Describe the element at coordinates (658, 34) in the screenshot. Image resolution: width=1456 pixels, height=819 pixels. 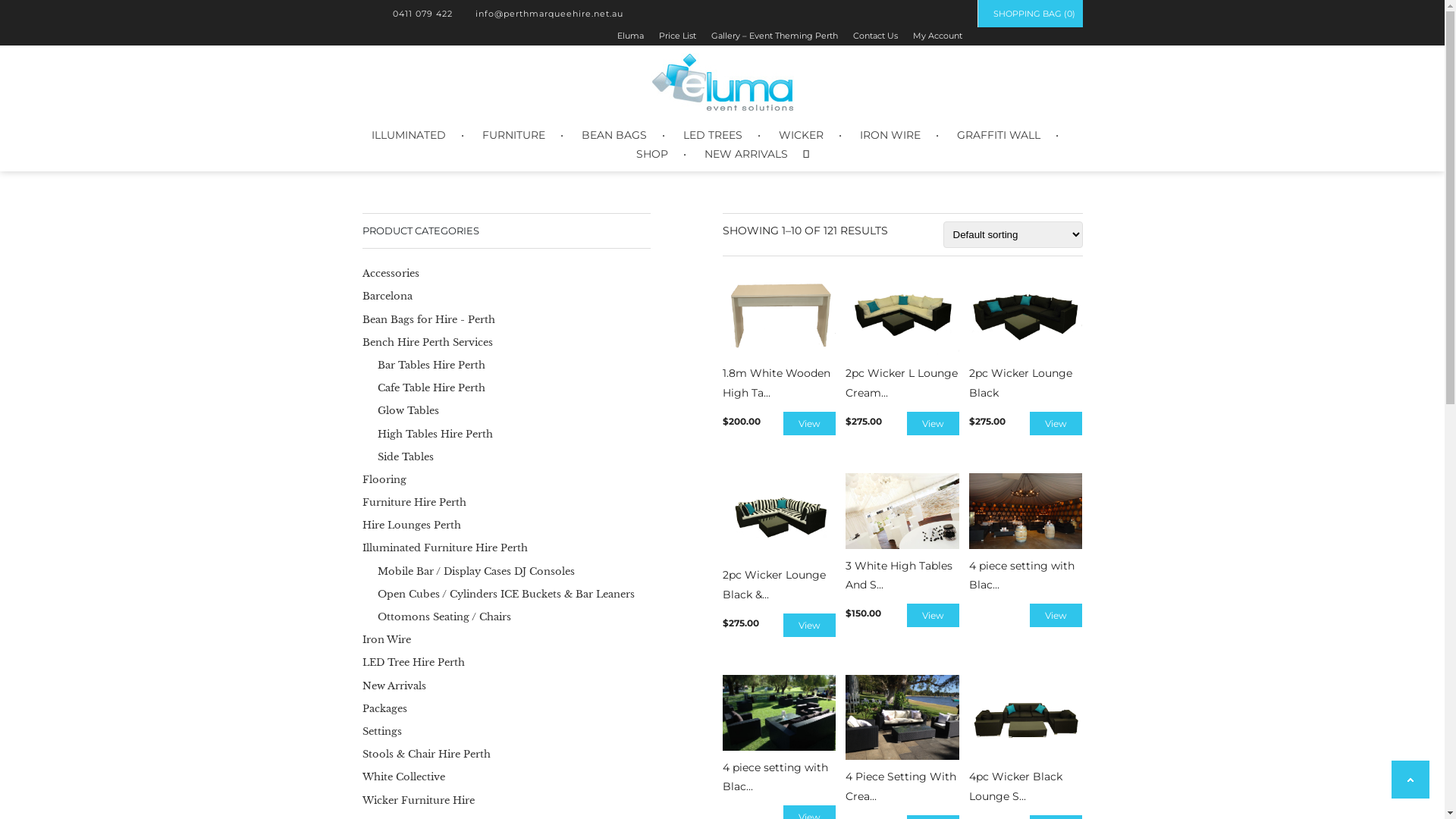
I see `'Price List'` at that location.